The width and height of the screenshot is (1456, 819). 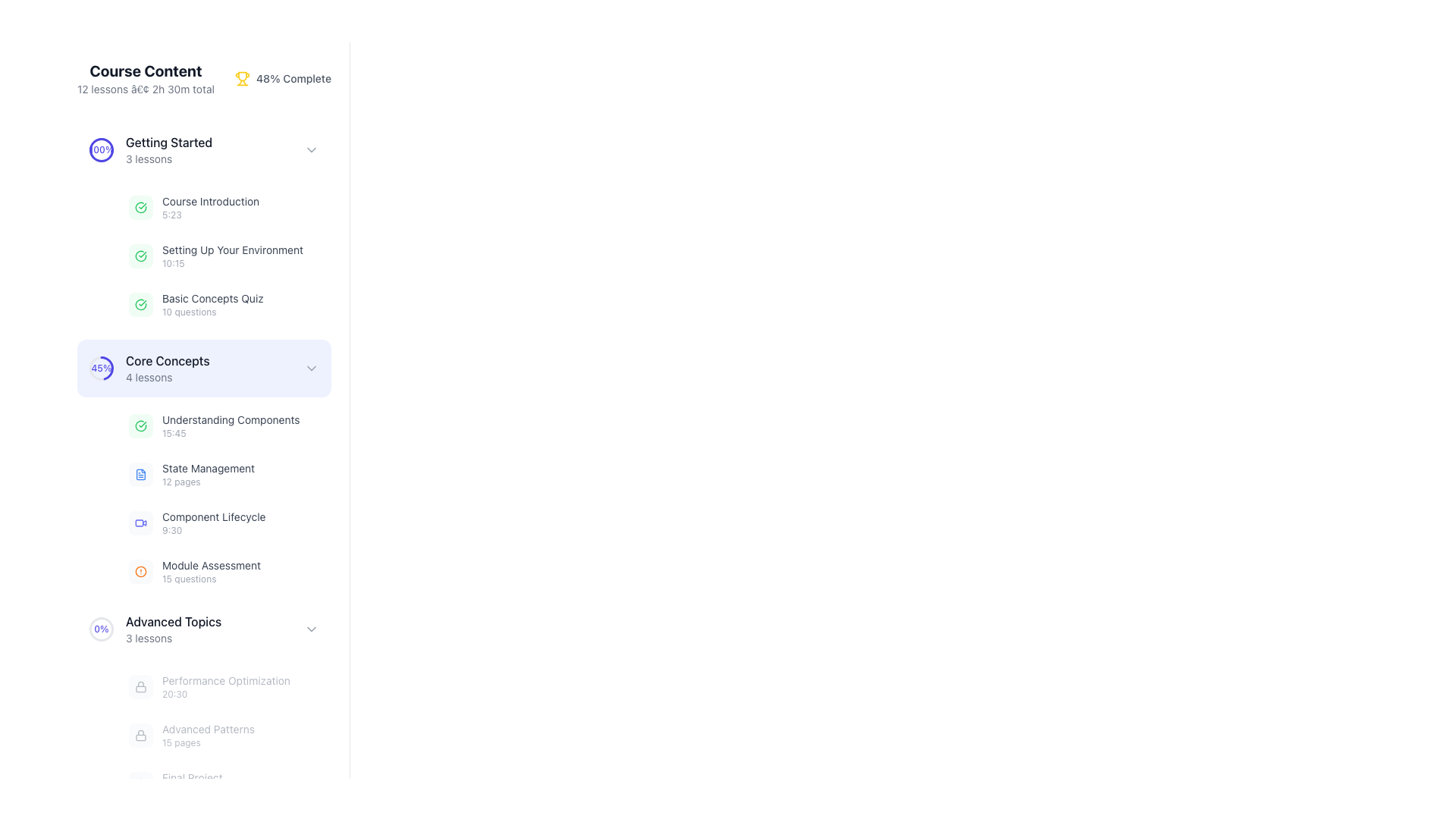 I want to click on the thin circular progress indicator with a gray border, located to the left of the 'Advanced Topics' section header, below the 'Core Concepts' progress circle, so click(x=101, y=629).